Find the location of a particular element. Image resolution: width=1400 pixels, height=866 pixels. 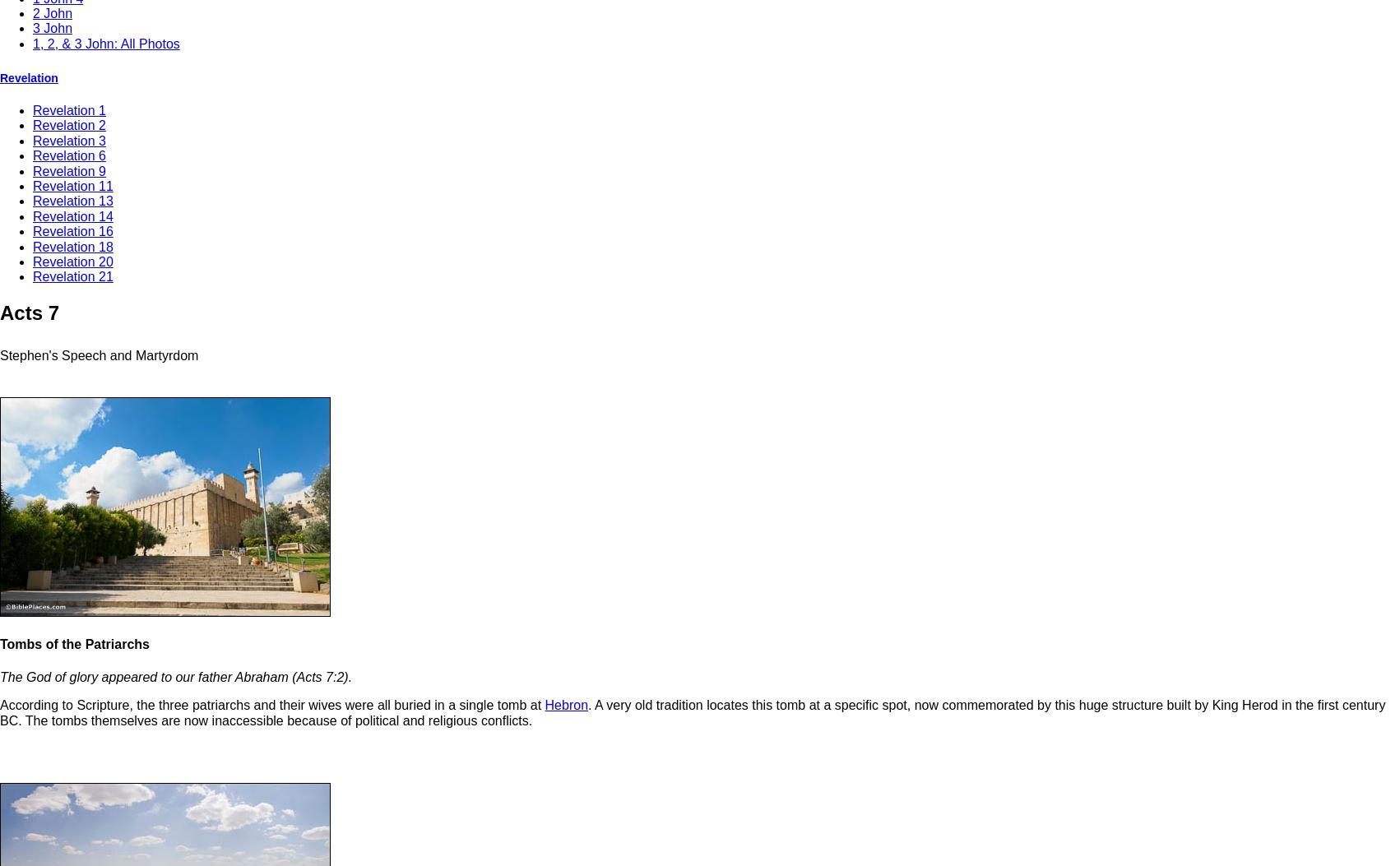

'1, 2, & 3 John: All Photos' is located at coordinates (106, 42).